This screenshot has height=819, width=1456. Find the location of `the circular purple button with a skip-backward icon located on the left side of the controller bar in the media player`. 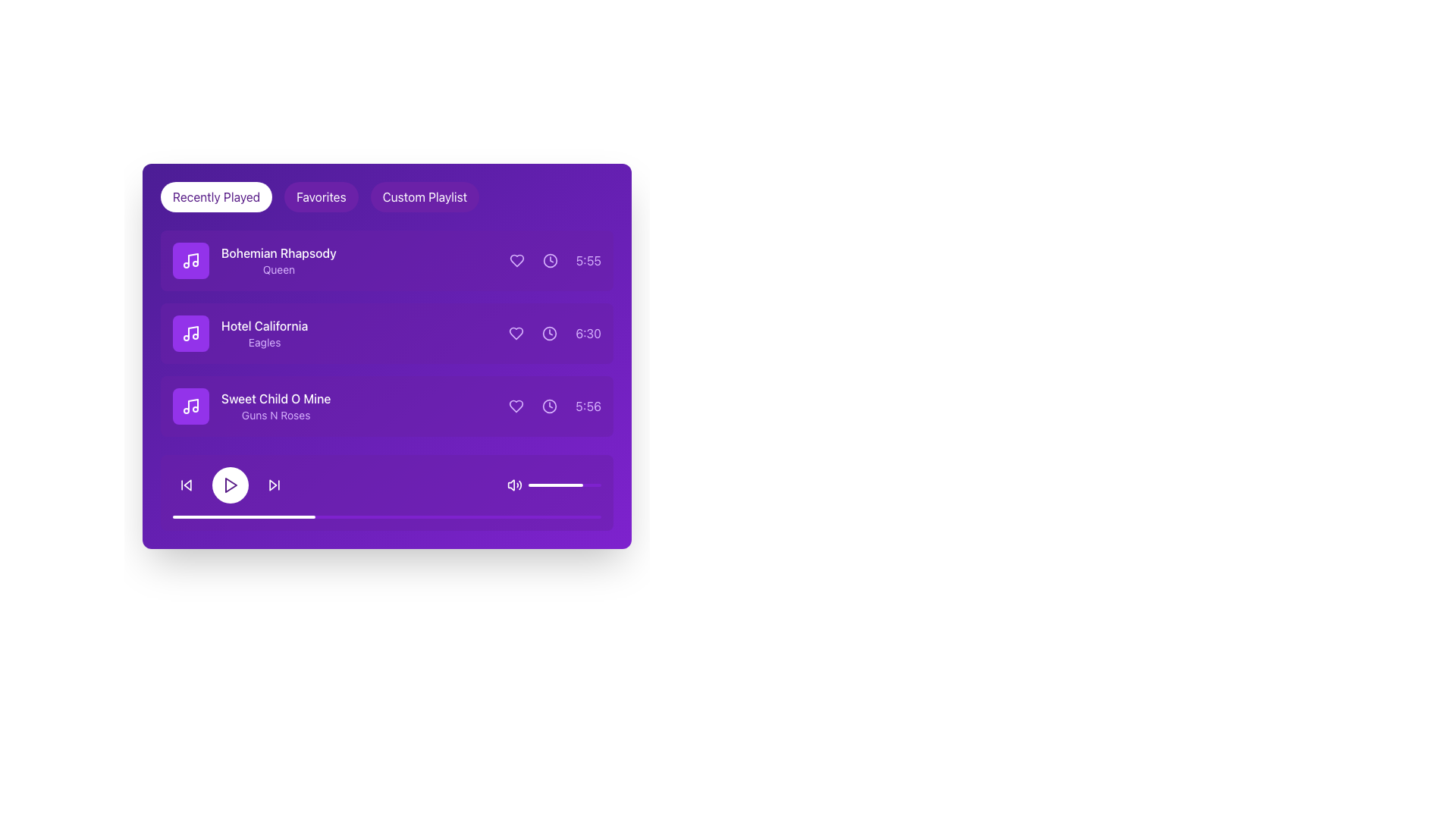

the circular purple button with a skip-backward icon located on the left side of the controller bar in the media player is located at coordinates (185, 485).